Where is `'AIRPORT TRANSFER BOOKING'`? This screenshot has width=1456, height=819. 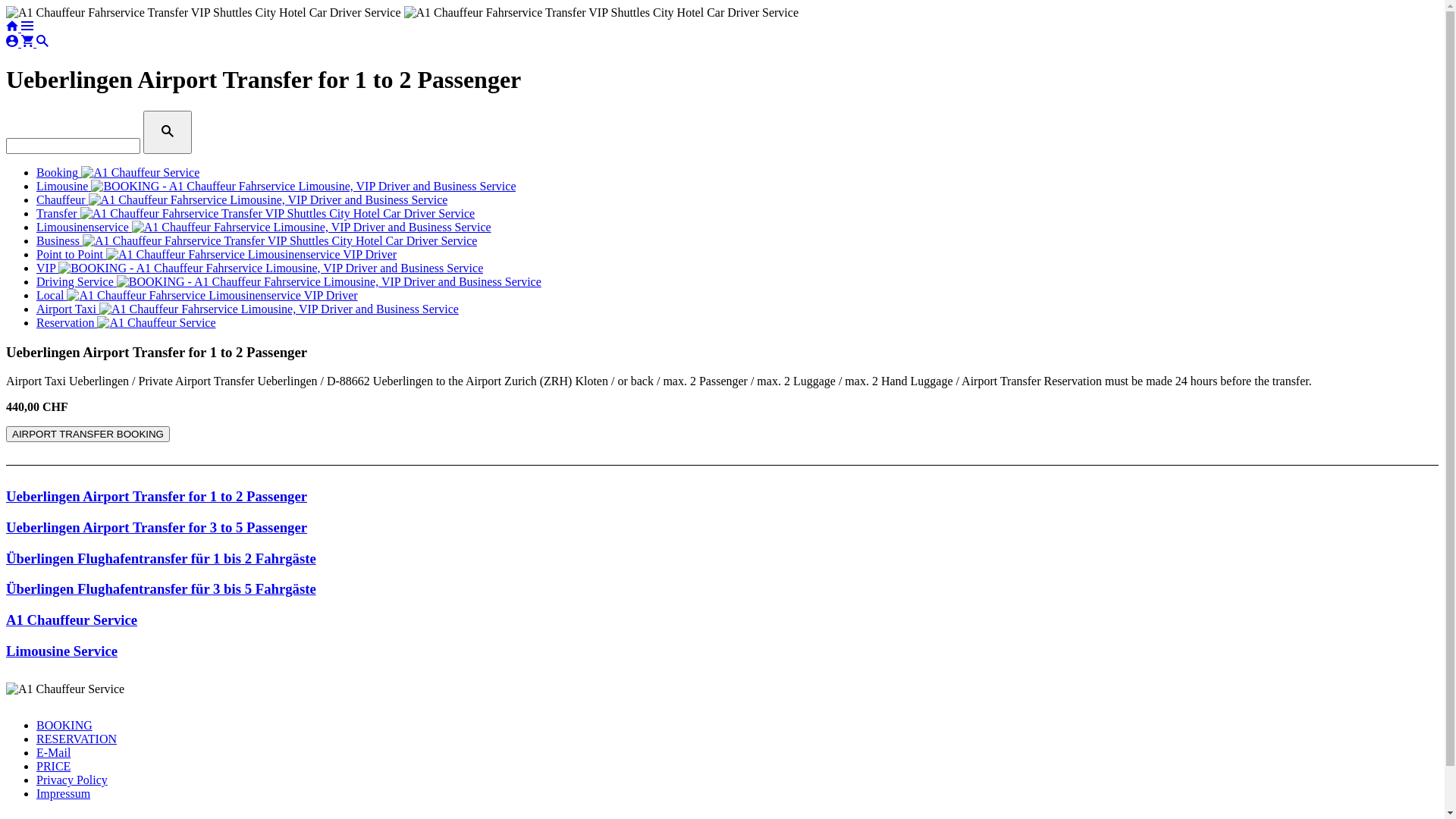
'AIRPORT TRANSFER BOOKING' is located at coordinates (6, 434).